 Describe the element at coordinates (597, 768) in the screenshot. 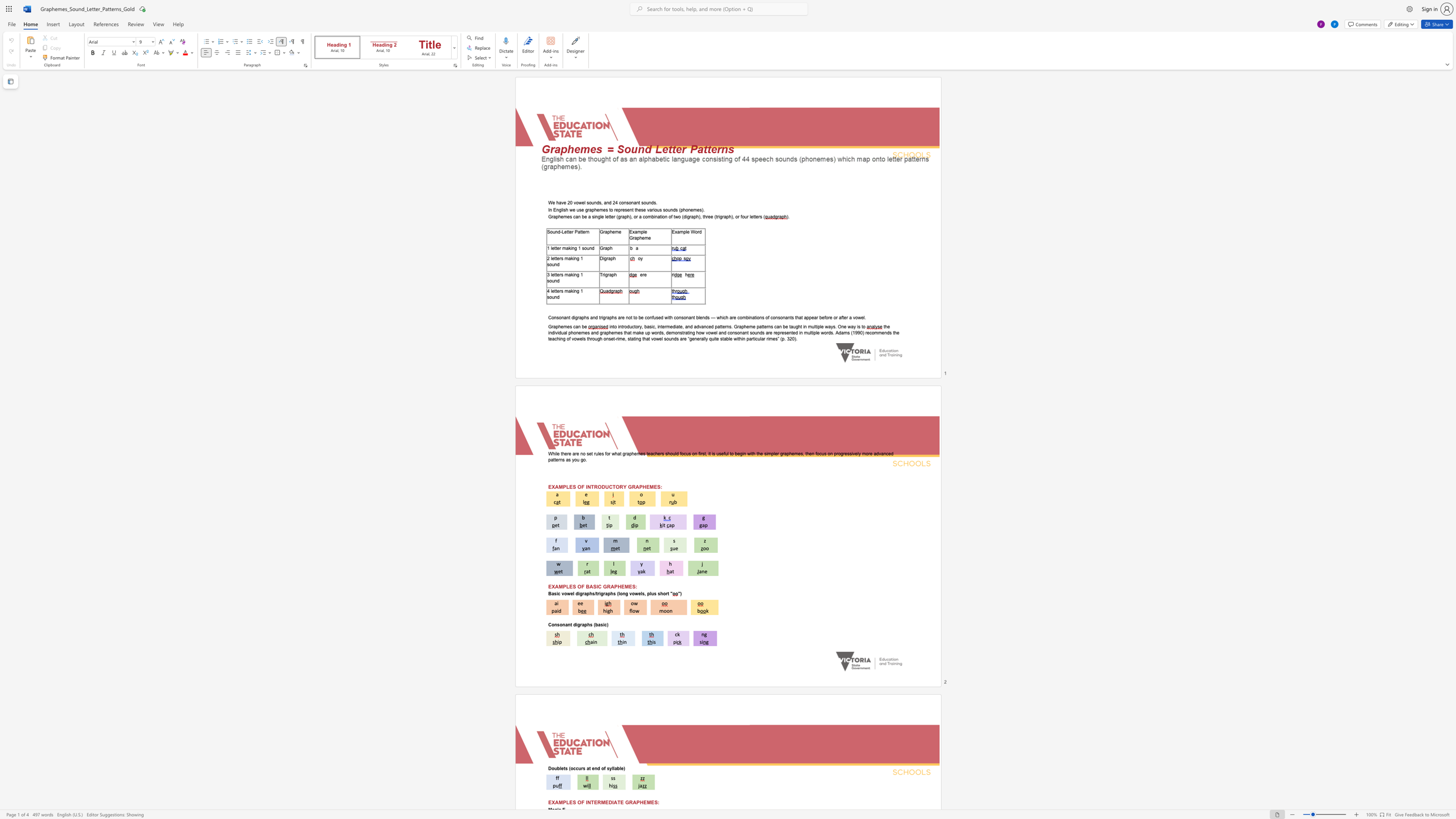

I see `the subset text "d of syllable)" within the text "Doublets (occurs at end of syllable)"` at that location.